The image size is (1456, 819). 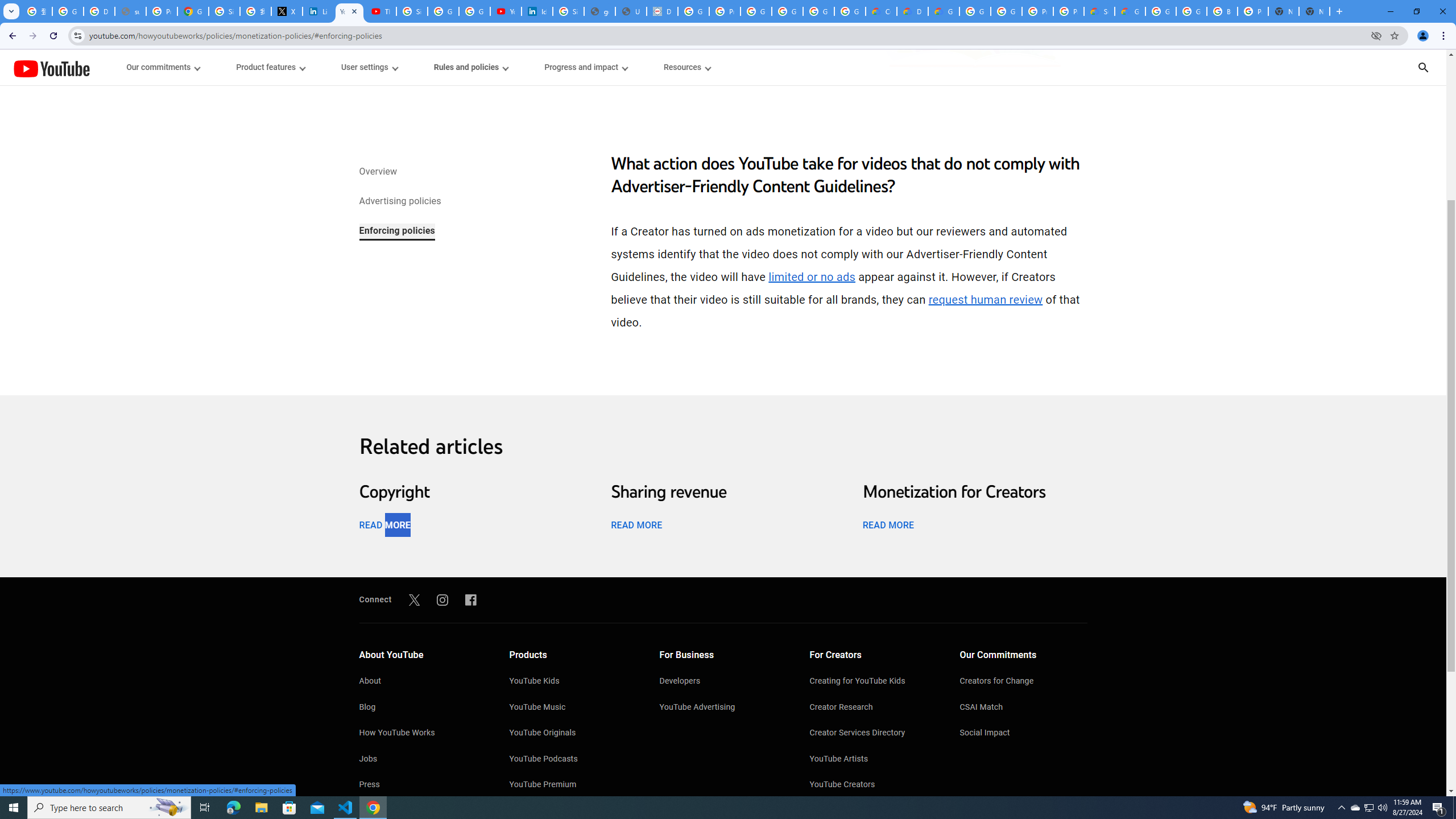 I want to click on 'Social Impact', so click(x=1023, y=734).